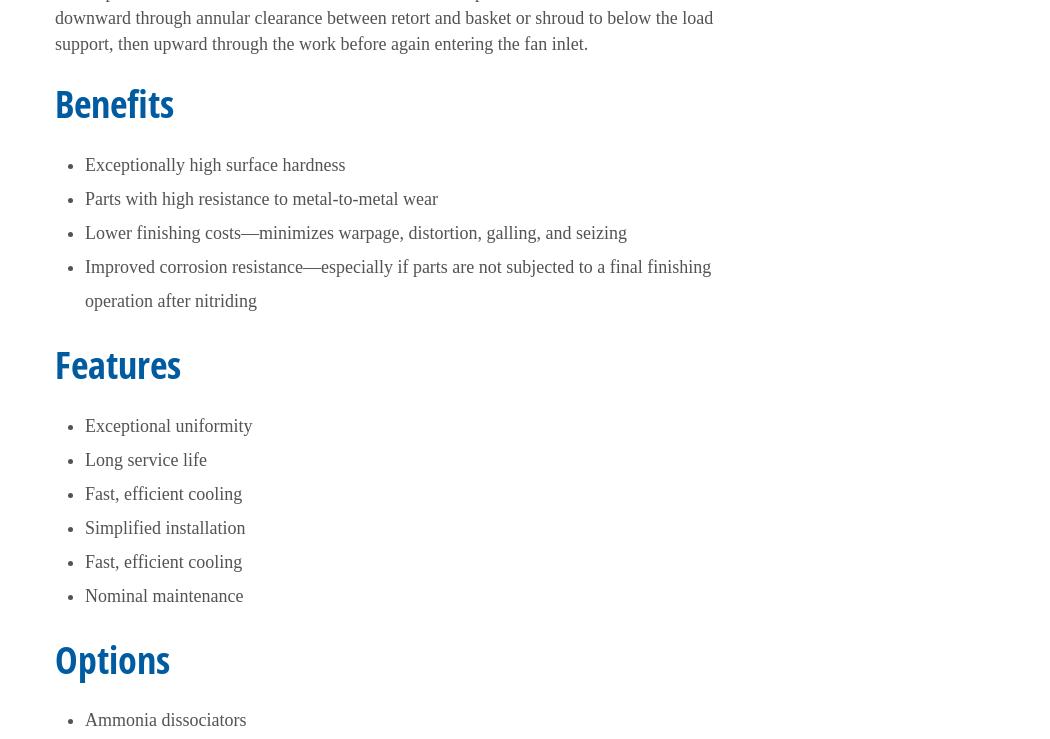 This screenshot has height=739, width=1050. What do you see at coordinates (117, 361) in the screenshot?
I see `'Features'` at bounding box center [117, 361].